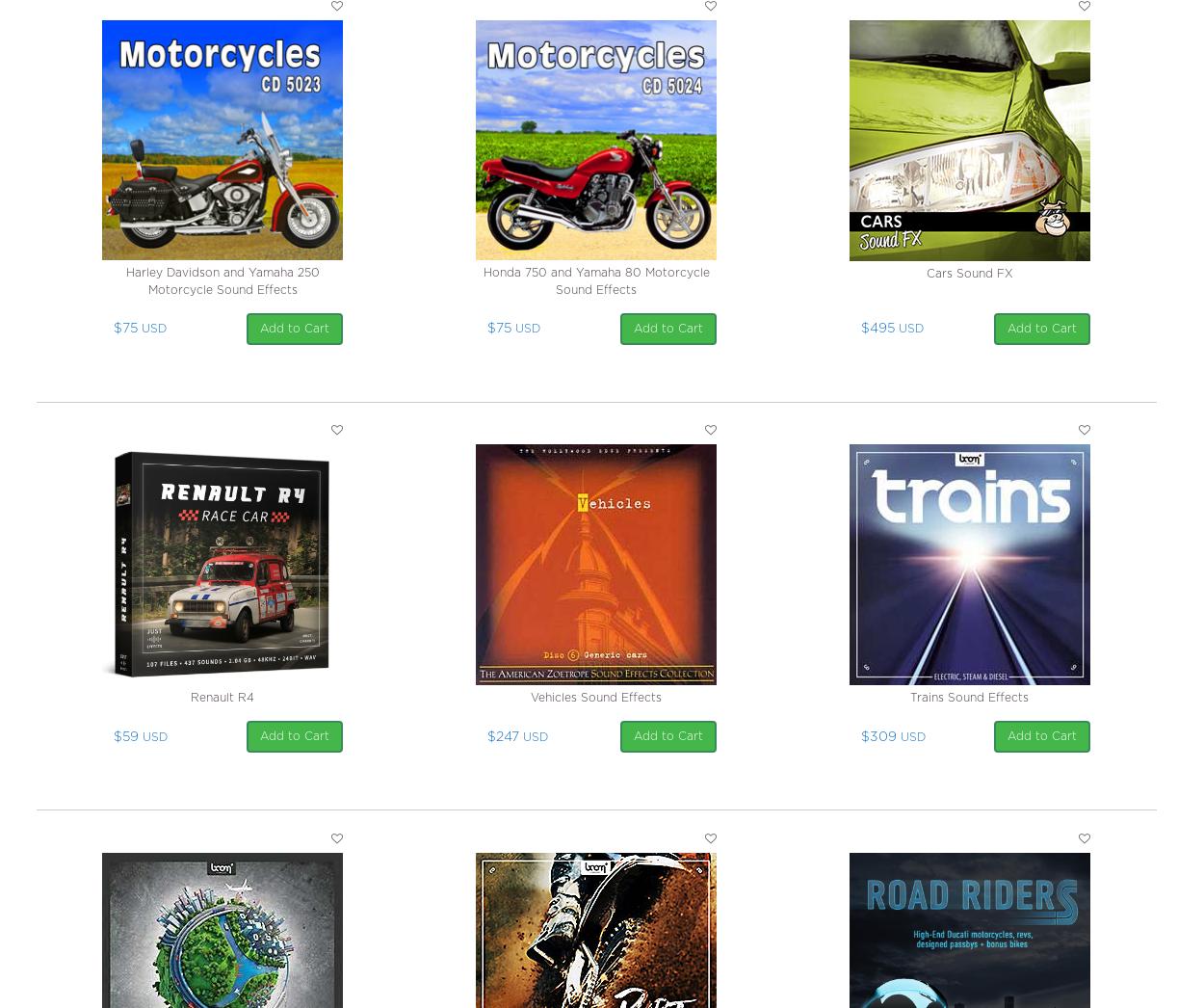 This screenshot has width=1204, height=1008. What do you see at coordinates (126, 734) in the screenshot?
I see `'$59'` at bounding box center [126, 734].